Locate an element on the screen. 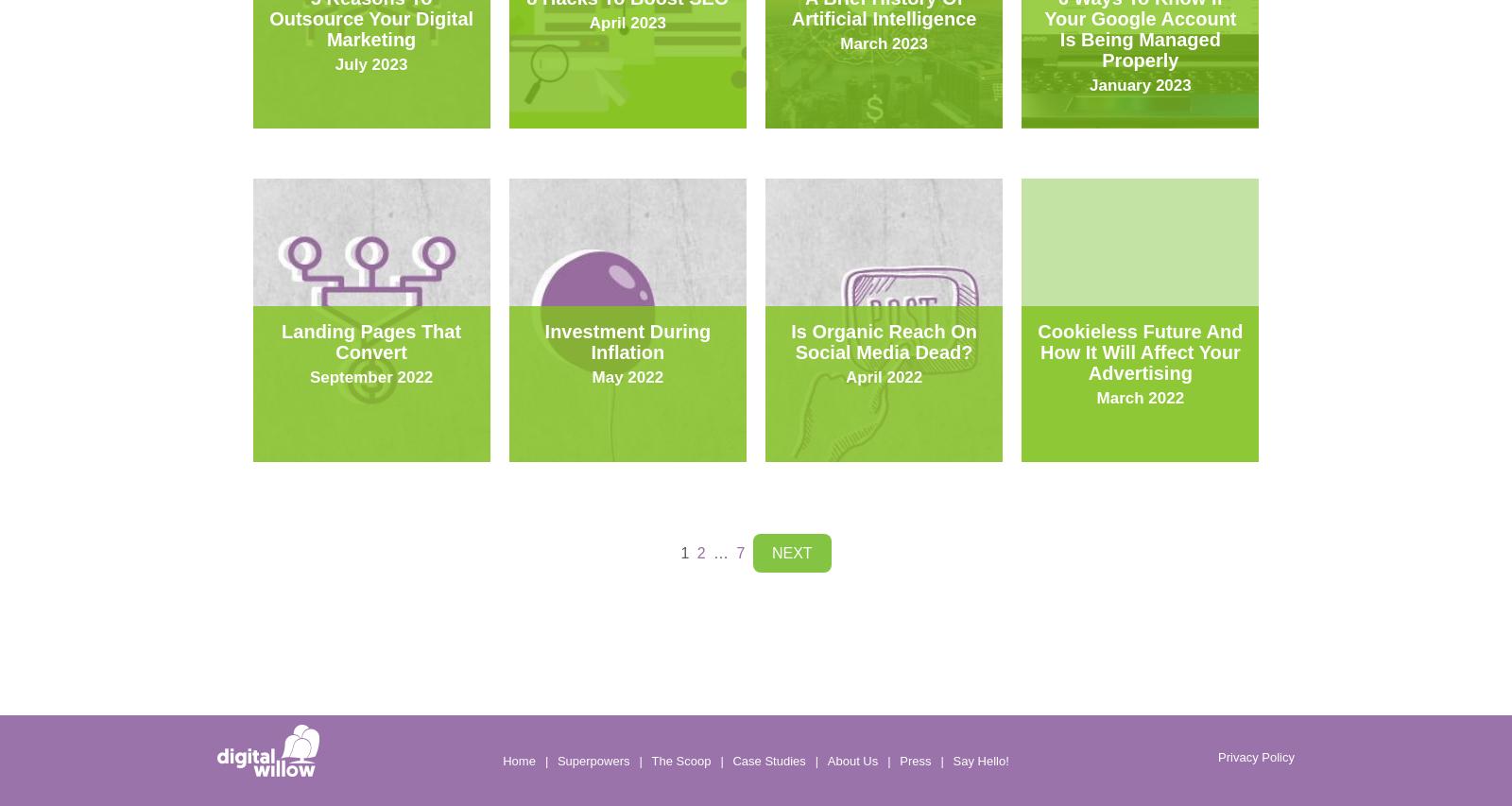 Image resolution: width=1512 pixels, height=806 pixels. 'Privacy Policy' is located at coordinates (1255, 755).